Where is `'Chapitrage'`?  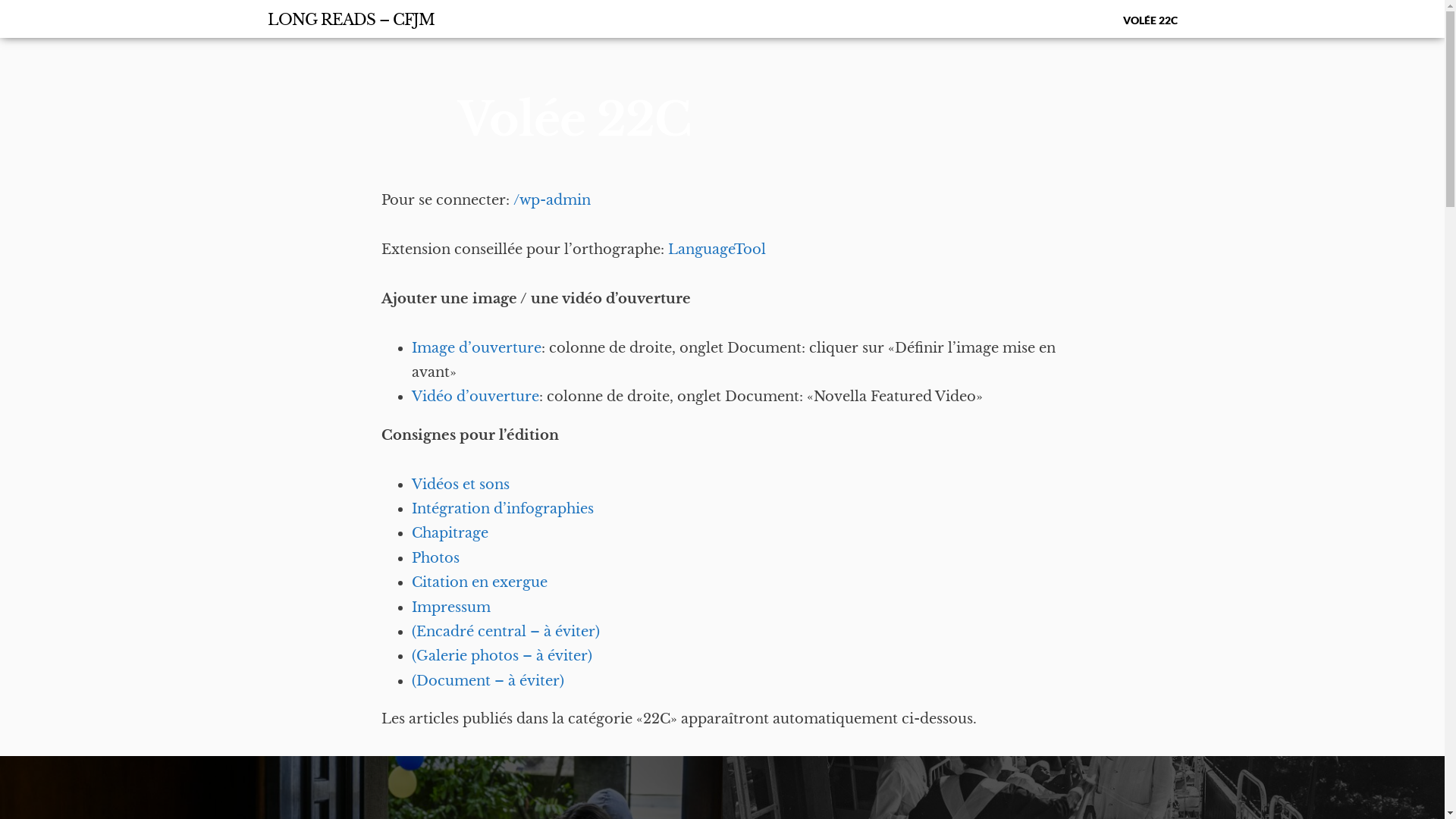 'Chapitrage' is located at coordinates (448, 532).